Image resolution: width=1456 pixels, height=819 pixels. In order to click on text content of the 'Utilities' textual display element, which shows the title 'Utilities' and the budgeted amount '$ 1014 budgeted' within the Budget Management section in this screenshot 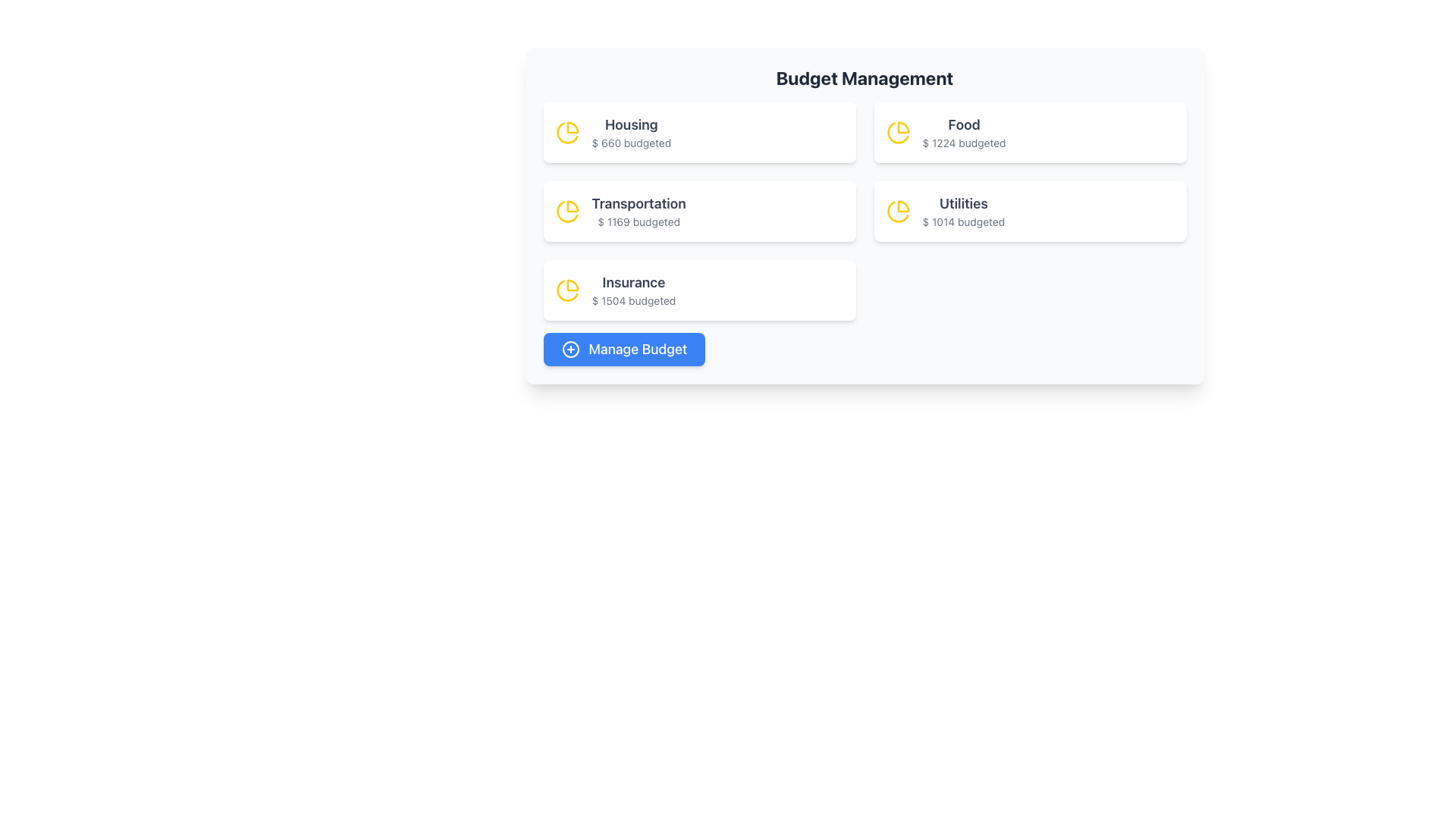, I will do `click(962, 211)`.